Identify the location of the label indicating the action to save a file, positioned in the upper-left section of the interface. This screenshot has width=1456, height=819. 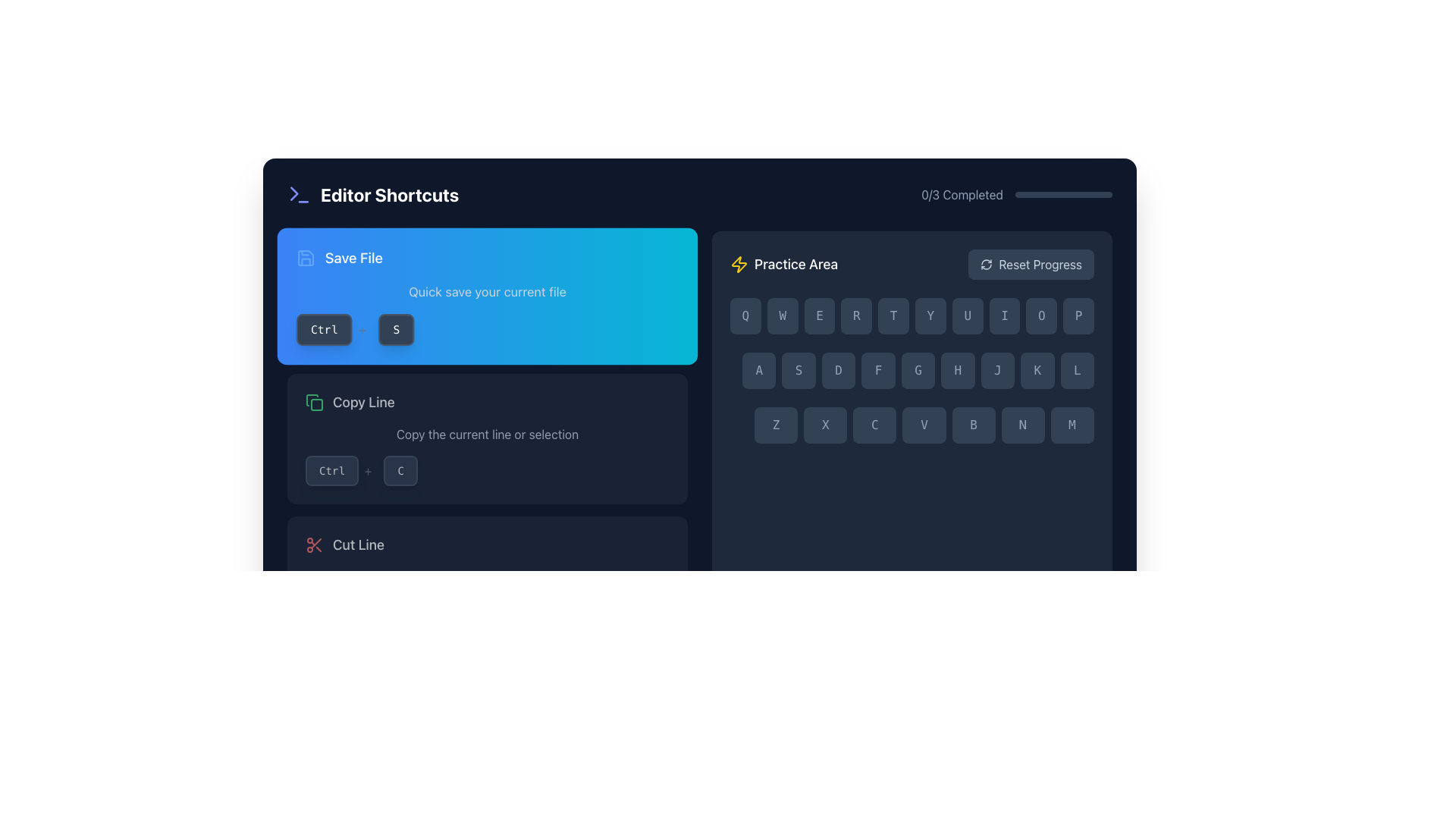
(338, 257).